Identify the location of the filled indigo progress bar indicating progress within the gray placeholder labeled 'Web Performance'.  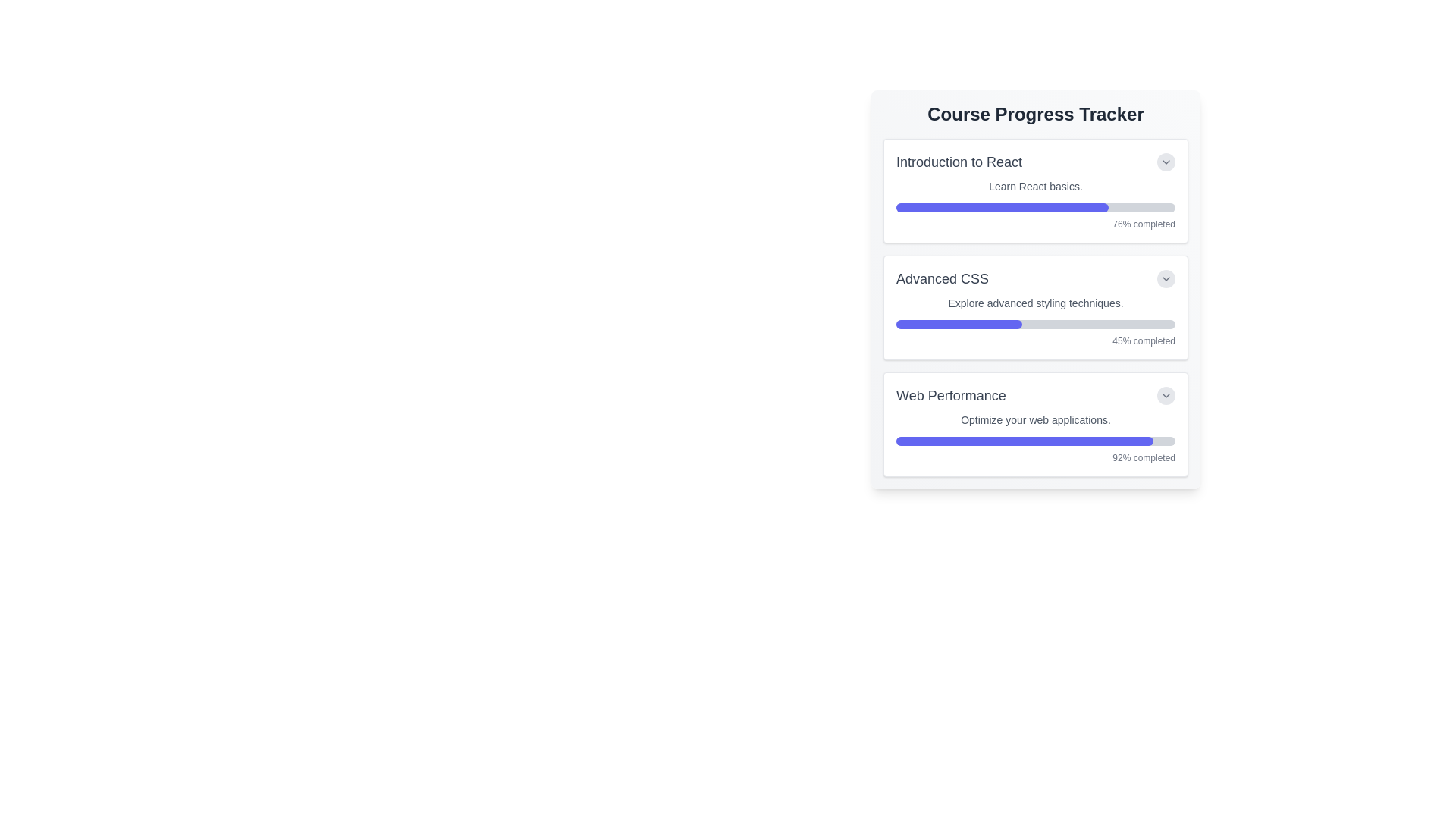
(1025, 441).